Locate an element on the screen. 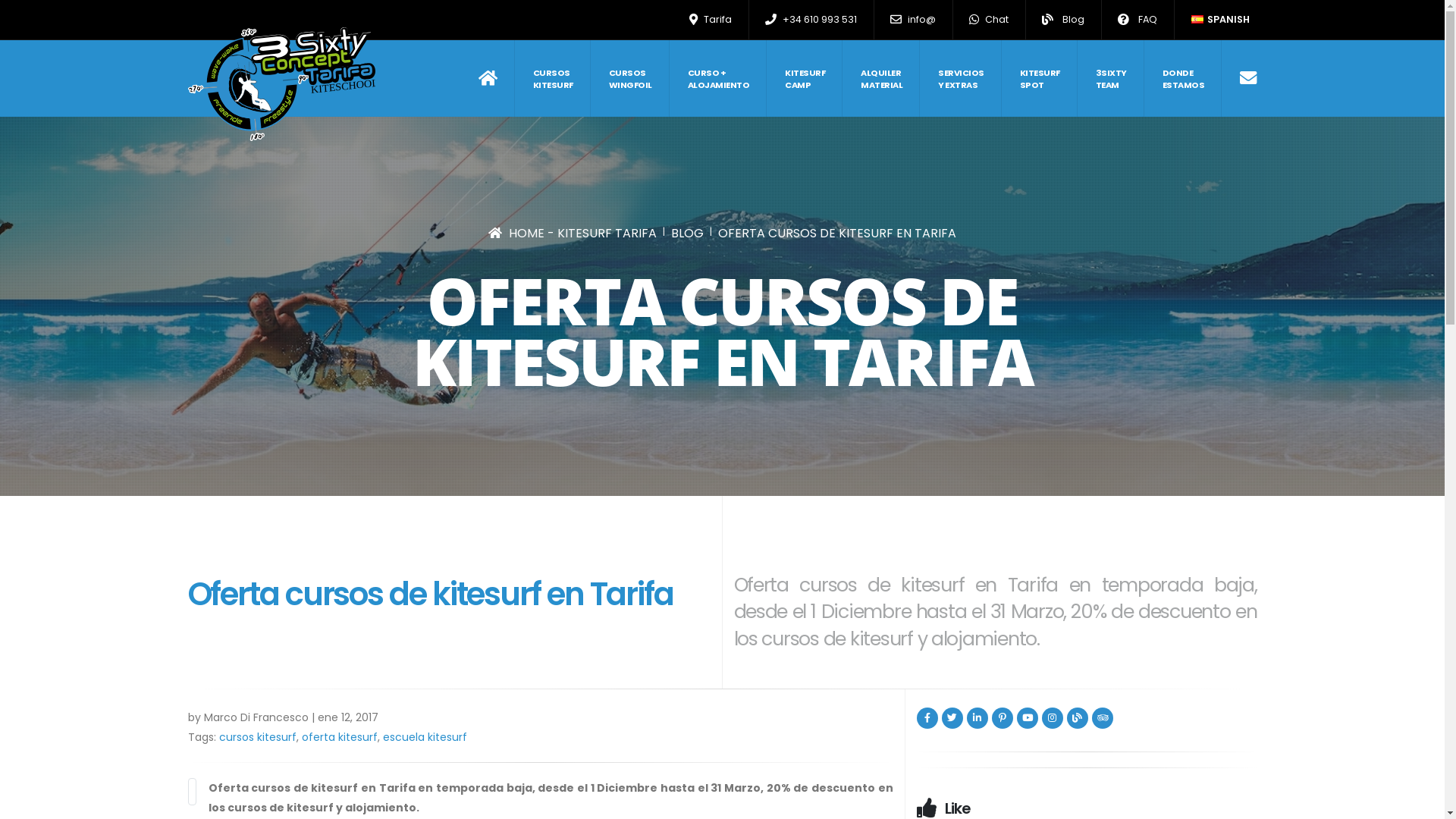 This screenshot has width=1456, height=819. 'Instagram' is located at coordinates (1051, 717).